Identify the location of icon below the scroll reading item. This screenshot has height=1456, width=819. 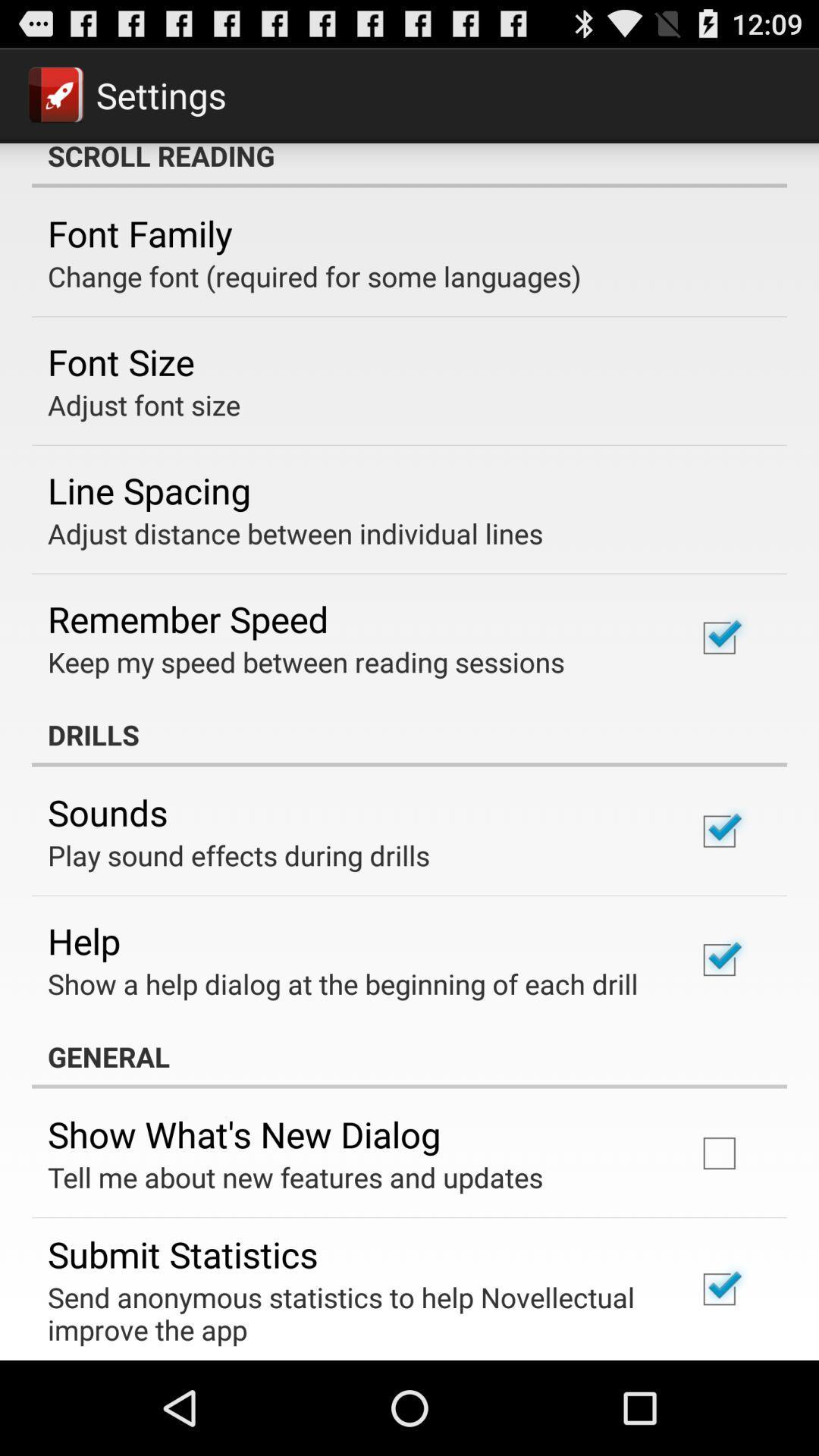
(140, 232).